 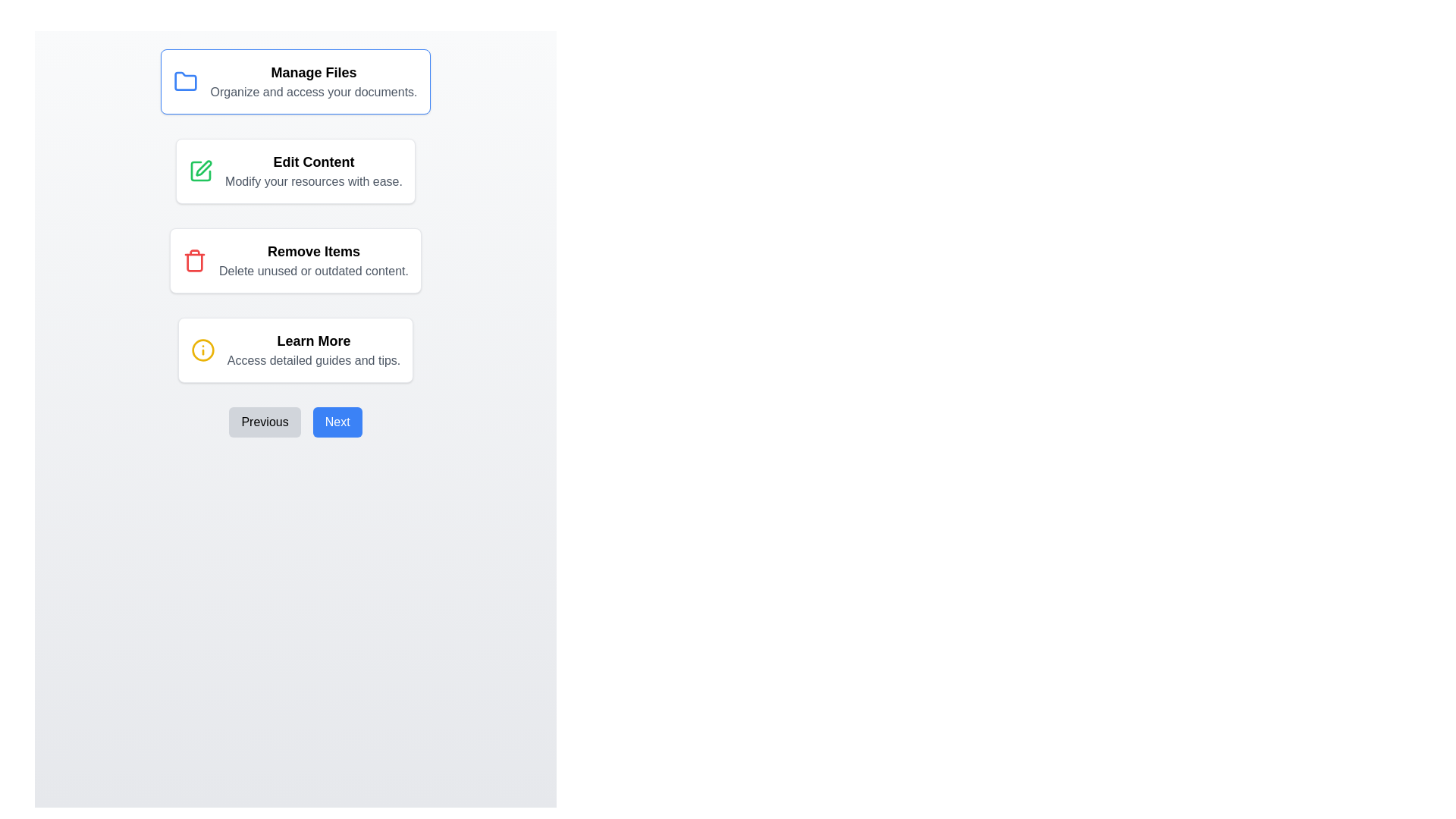 I want to click on the Informational Card, which is the first clickable section header in a vertical list, designed for managing or organizing files, so click(x=295, y=82).